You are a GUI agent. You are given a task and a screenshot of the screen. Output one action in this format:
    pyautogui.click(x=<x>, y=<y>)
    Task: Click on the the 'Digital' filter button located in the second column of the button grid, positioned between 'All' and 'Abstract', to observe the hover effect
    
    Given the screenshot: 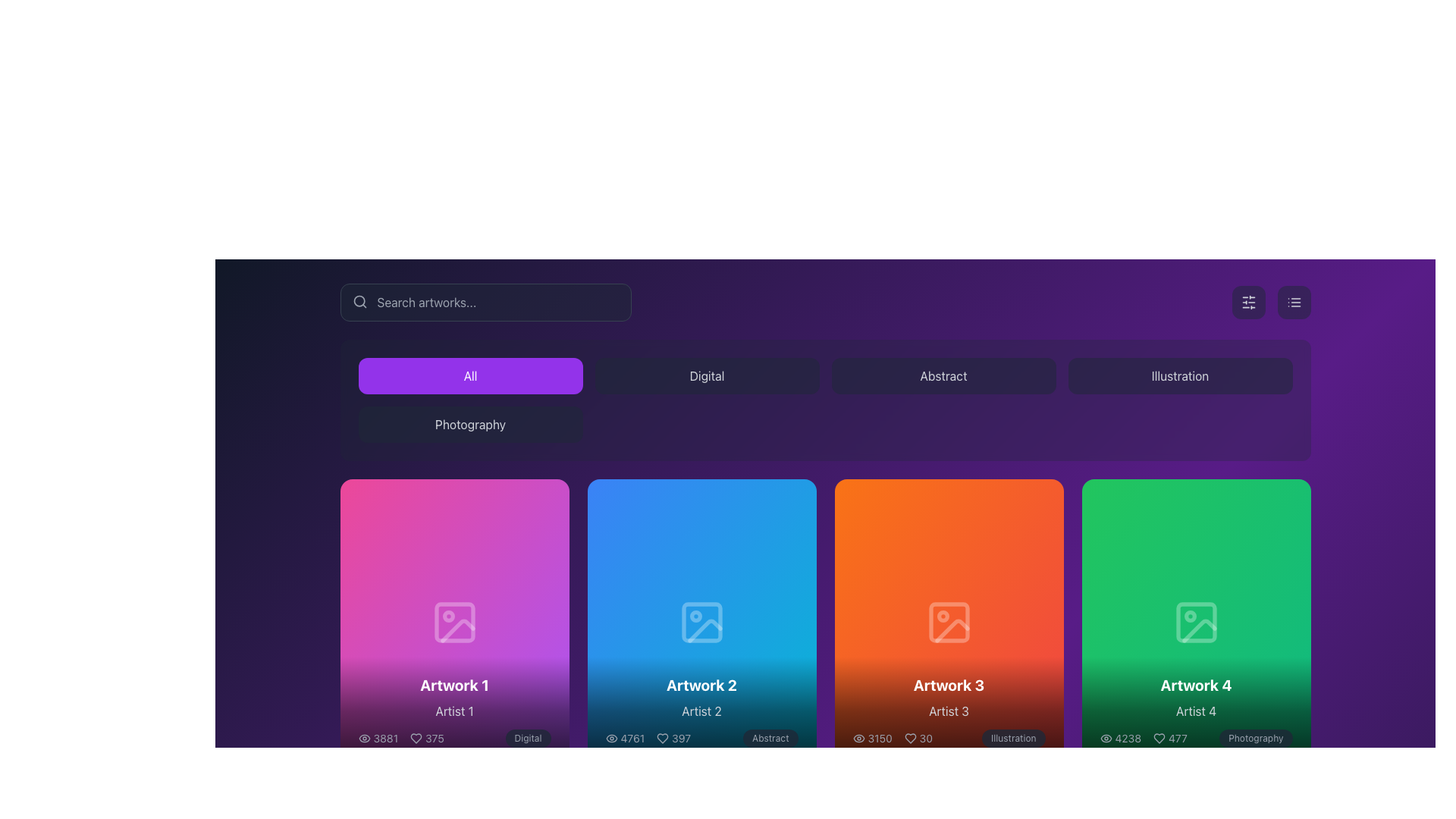 What is the action you would take?
    pyautogui.click(x=706, y=375)
    